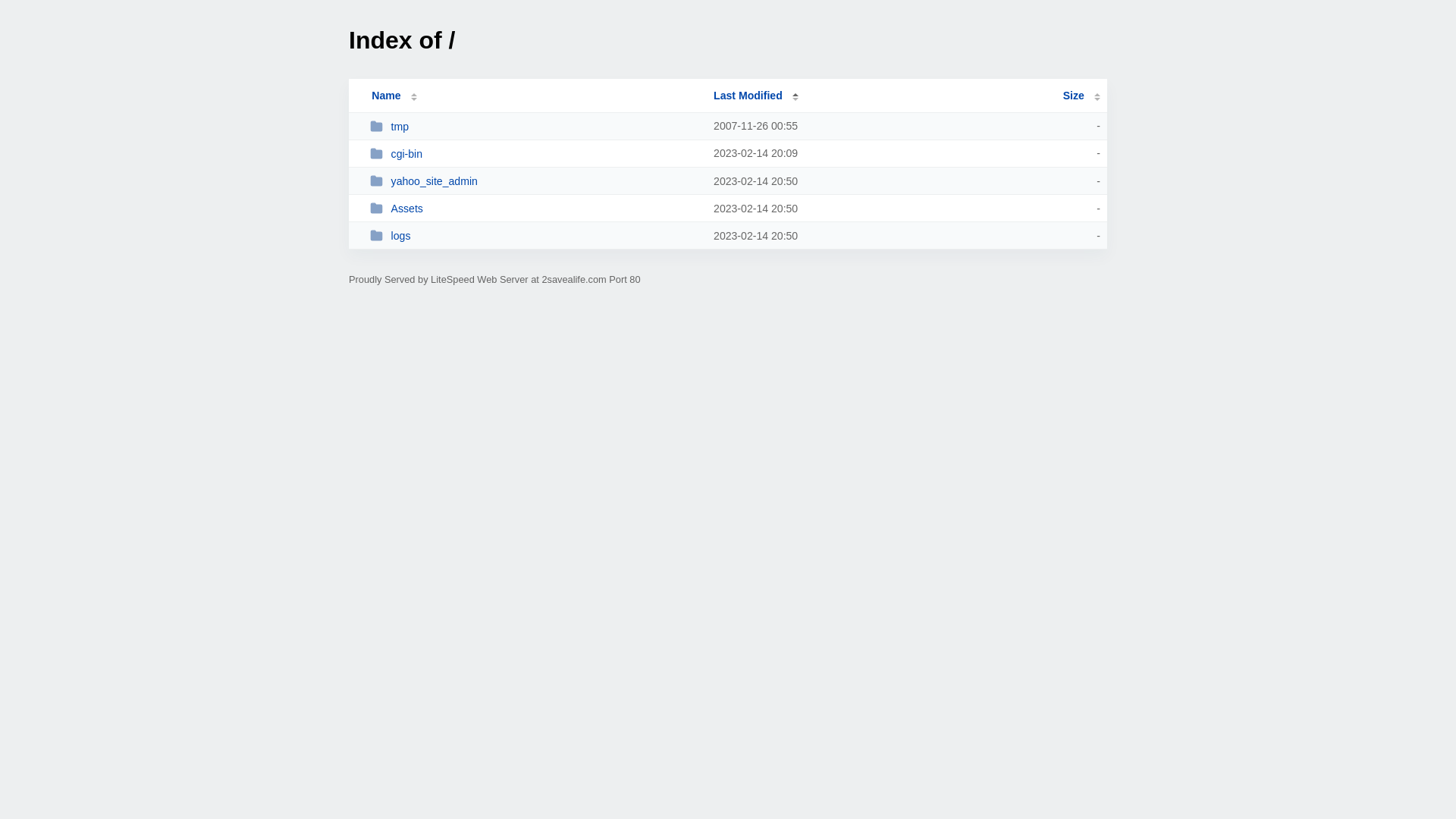 This screenshot has width=1456, height=819. Describe the element at coordinates (535, 180) in the screenshot. I see `'yahoo_site_admin'` at that location.